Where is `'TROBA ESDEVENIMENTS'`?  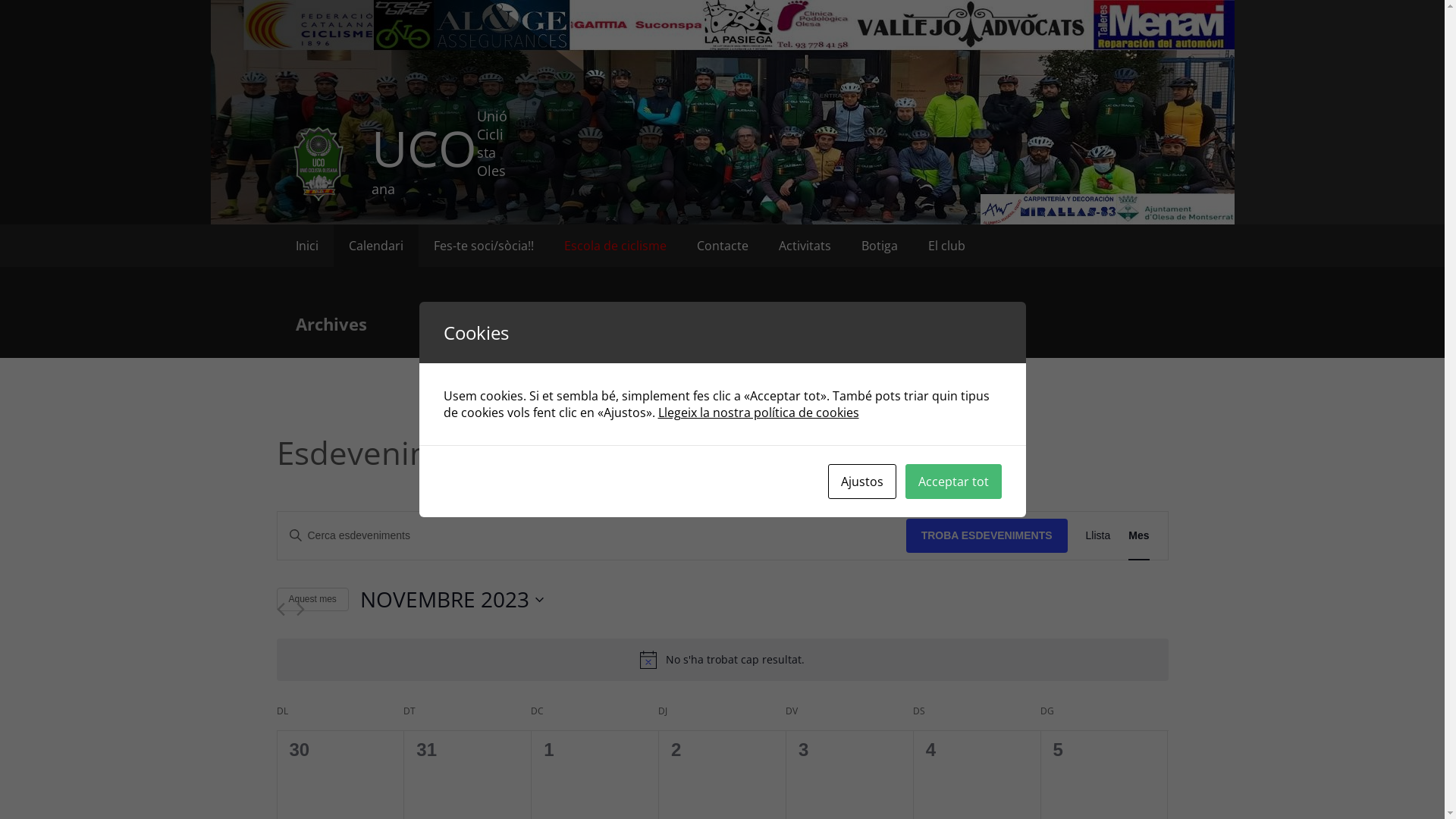
'TROBA ESDEVENIMENTS' is located at coordinates (987, 535).